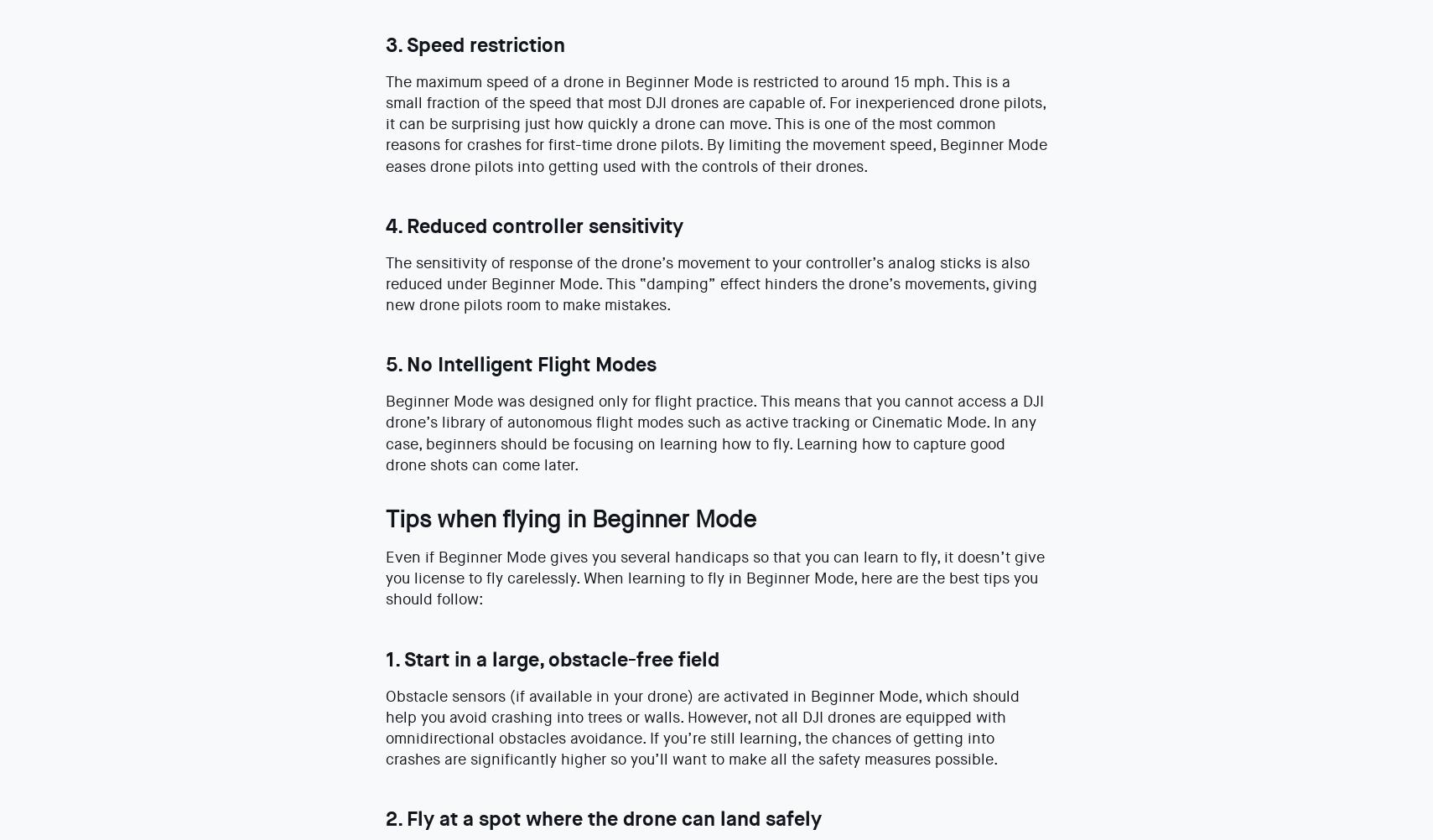 This screenshot has height=840, width=1433. Describe the element at coordinates (601, 817) in the screenshot. I see `'2. Fly at a spot where the drone can land safely'` at that location.